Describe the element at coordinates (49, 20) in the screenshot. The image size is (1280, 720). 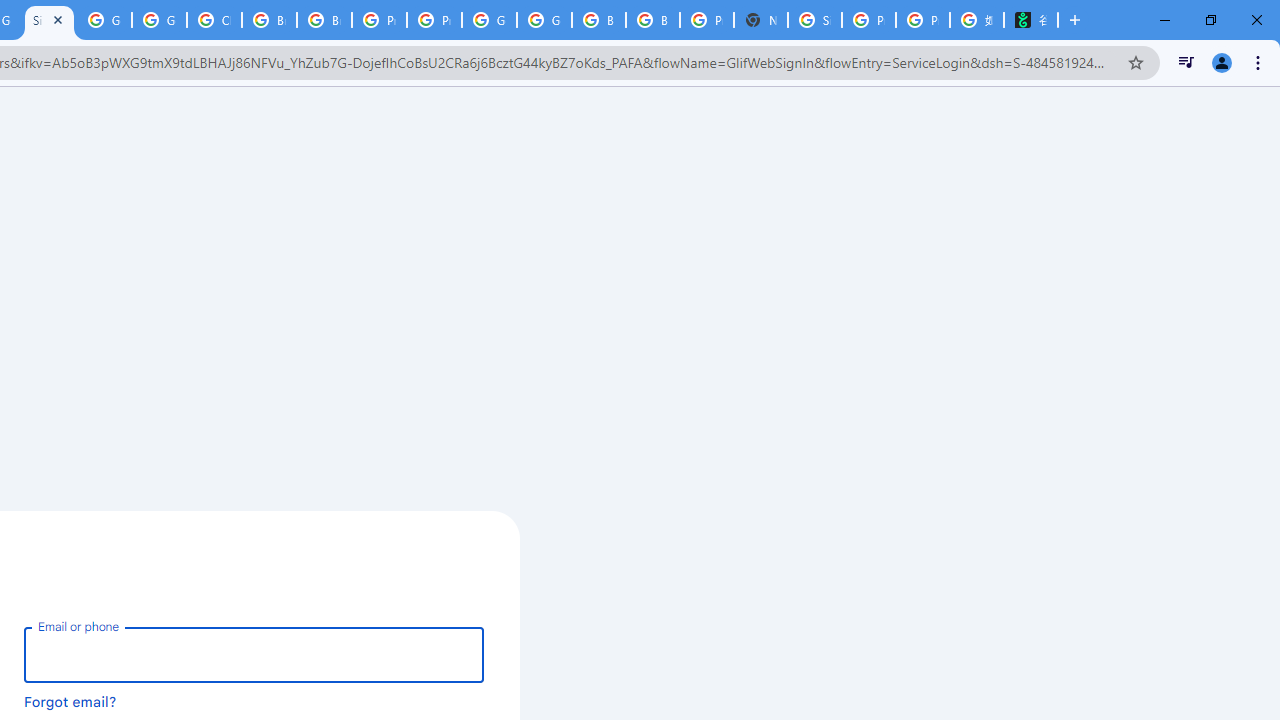
I see `'Sign in - Google Accounts'` at that location.